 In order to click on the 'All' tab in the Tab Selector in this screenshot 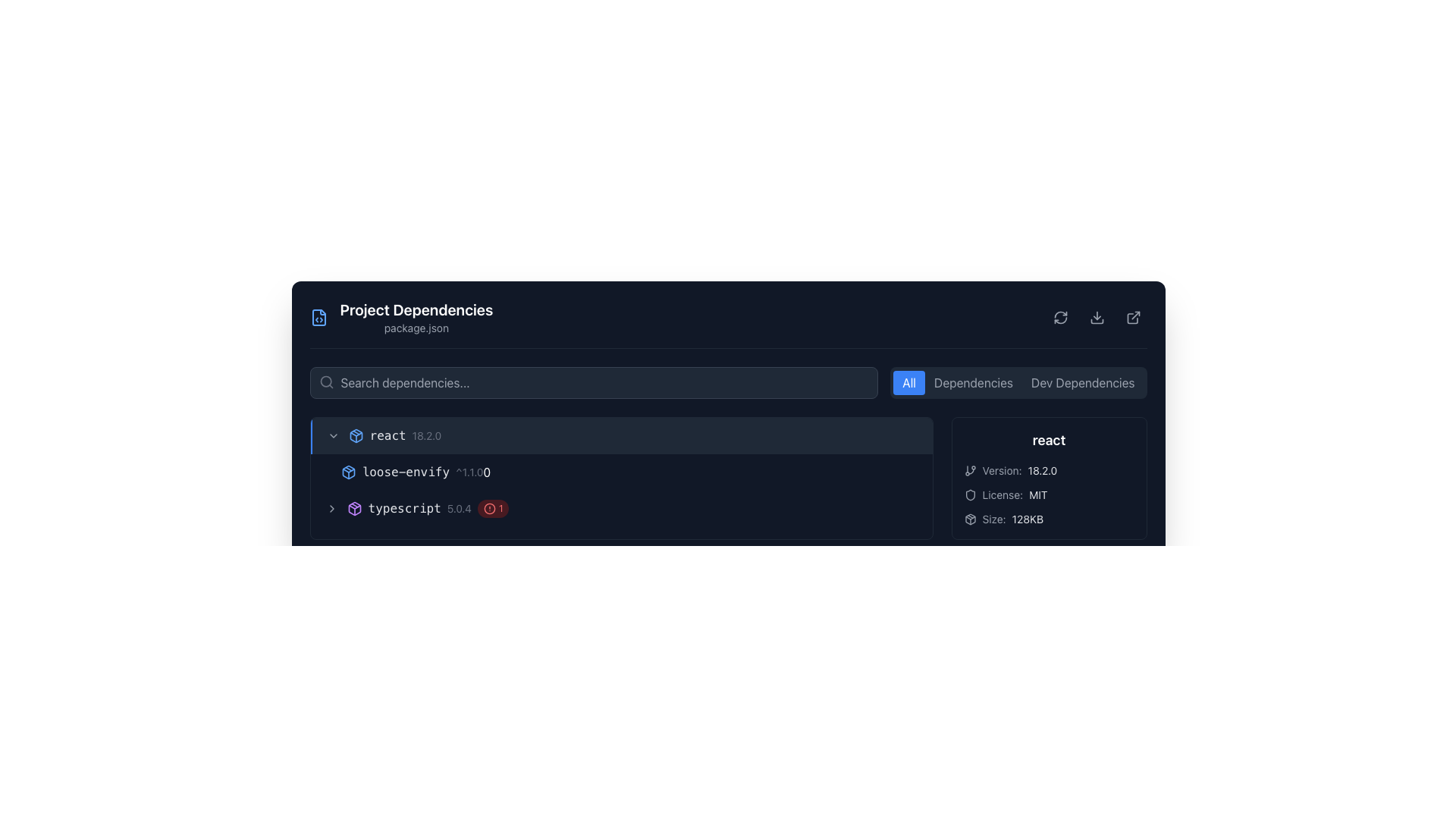, I will do `click(1018, 382)`.